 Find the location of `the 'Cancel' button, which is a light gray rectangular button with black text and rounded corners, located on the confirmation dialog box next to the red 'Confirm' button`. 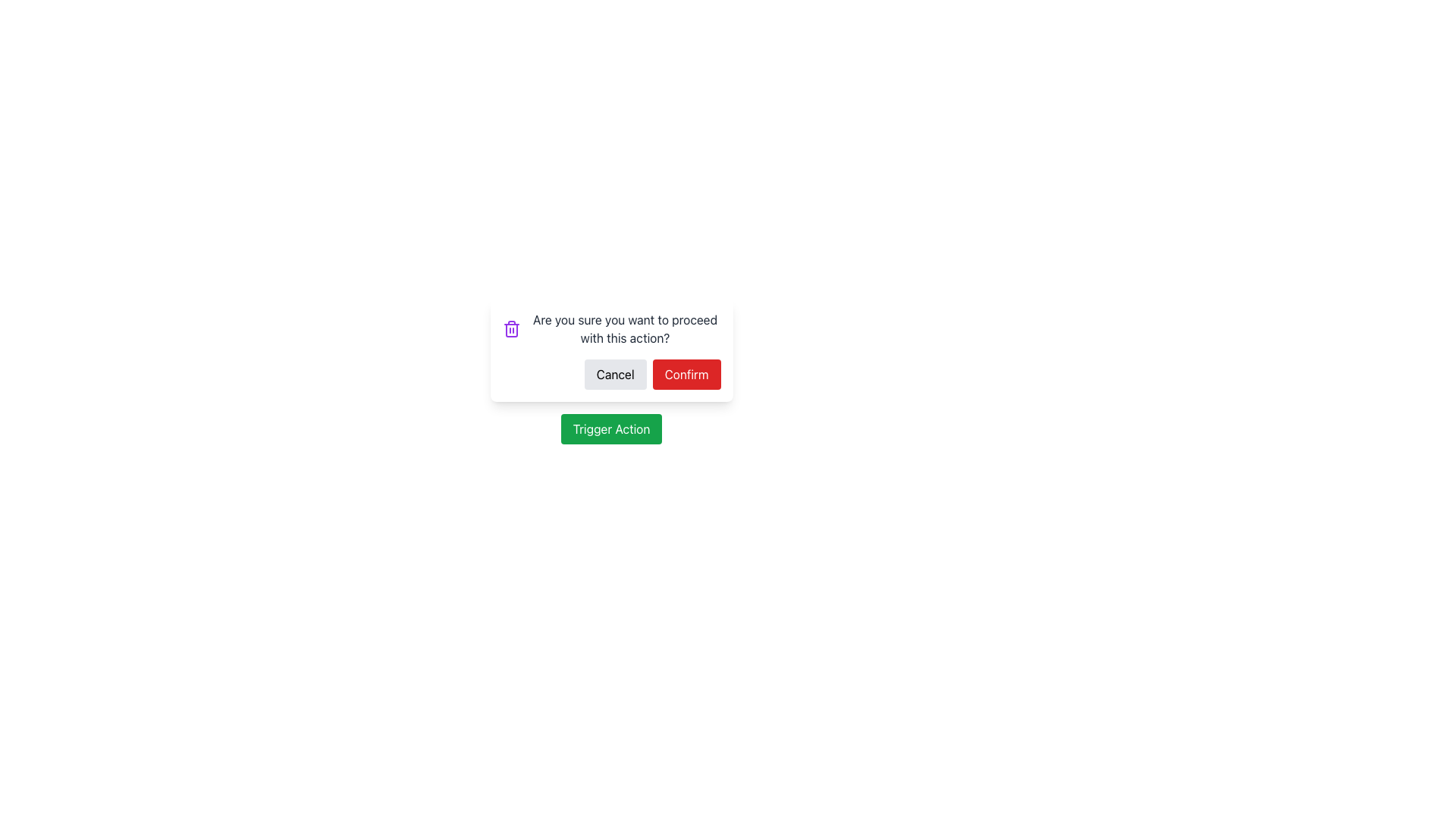

the 'Cancel' button, which is a light gray rectangular button with black text and rounded corners, located on the confirmation dialog box next to the red 'Confirm' button is located at coordinates (611, 374).